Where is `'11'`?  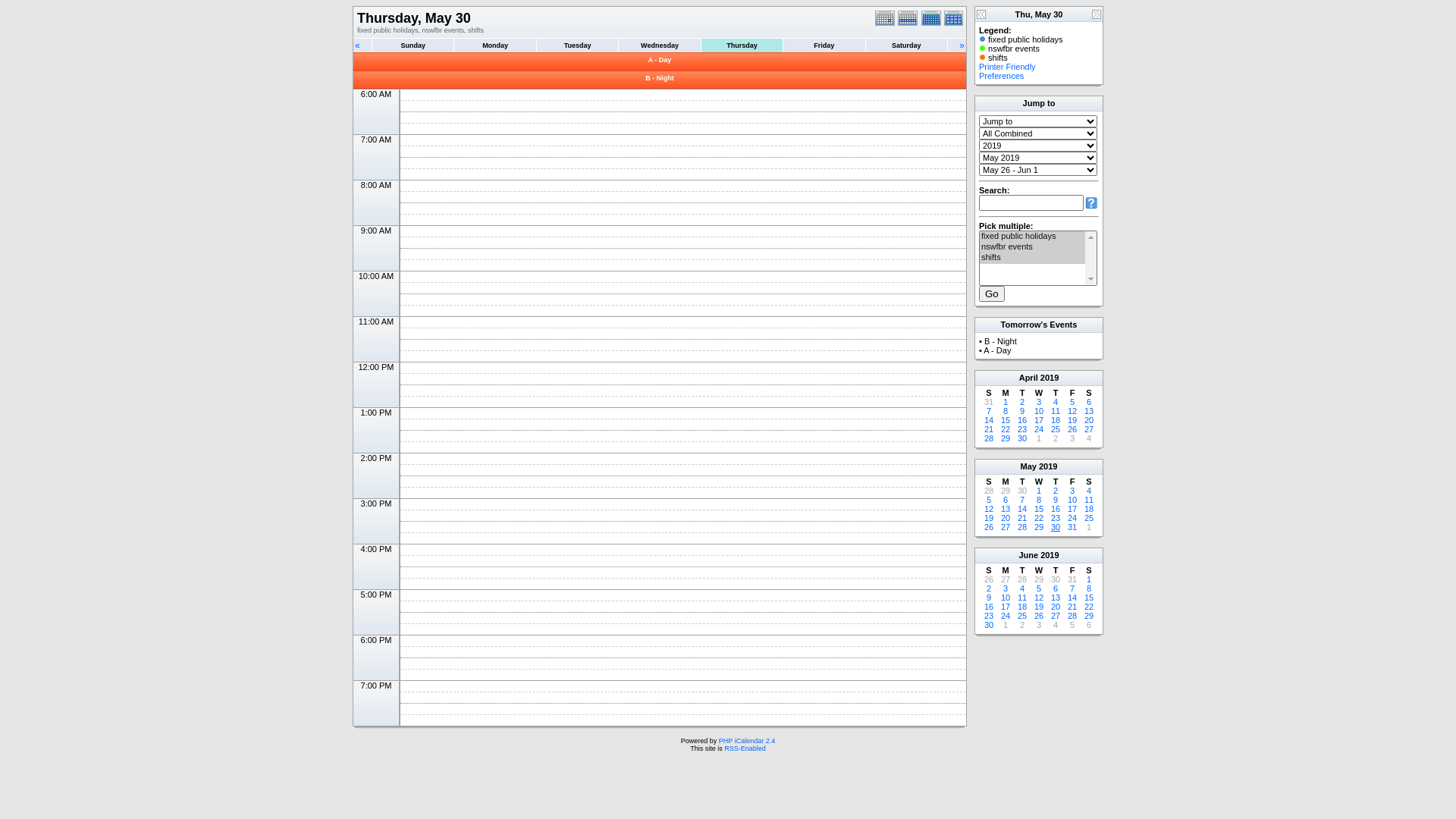
'11' is located at coordinates (1084, 500).